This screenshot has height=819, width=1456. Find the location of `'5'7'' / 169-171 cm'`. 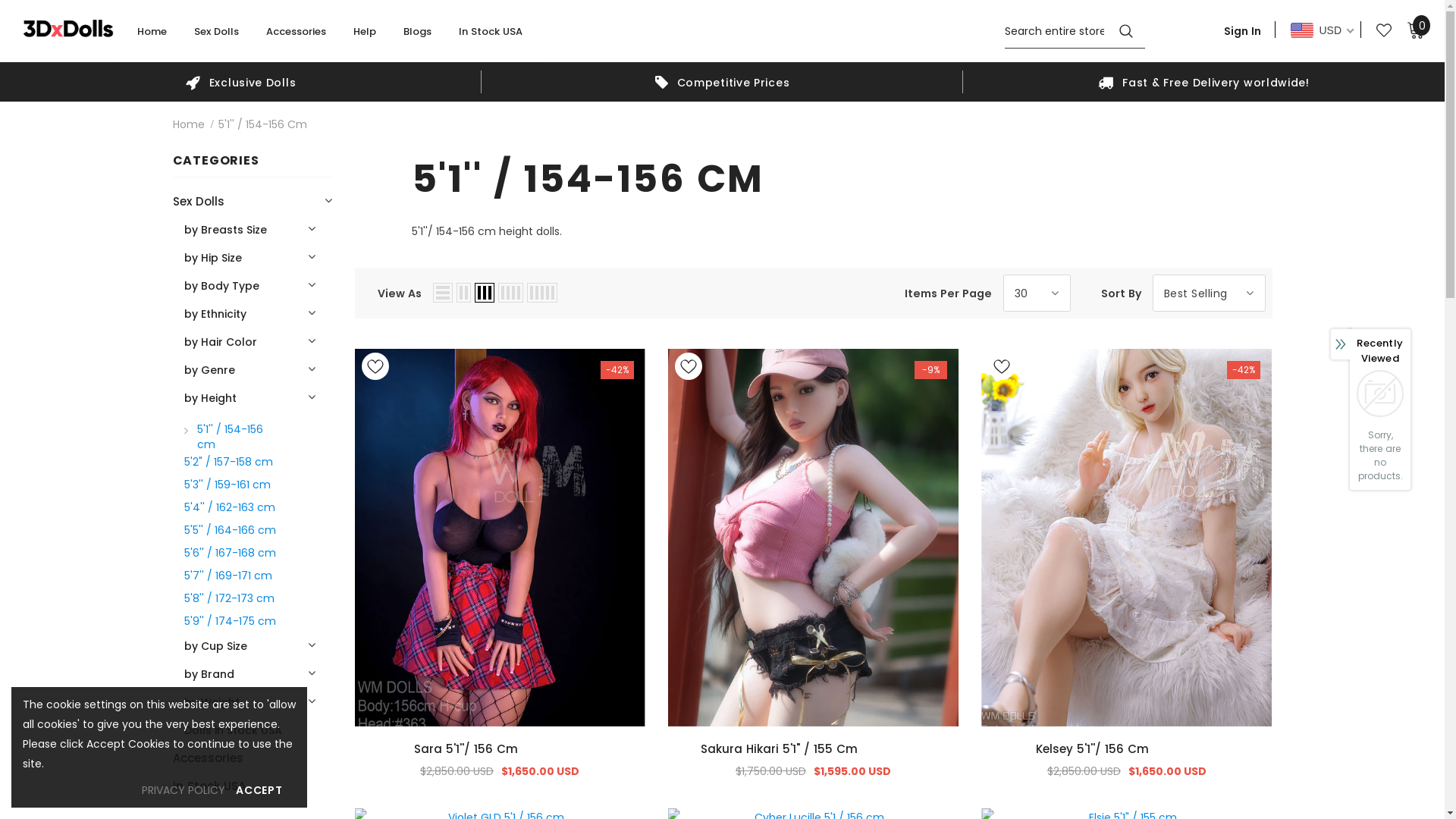

'5'7'' / 169-171 cm' is located at coordinates (226, 575).